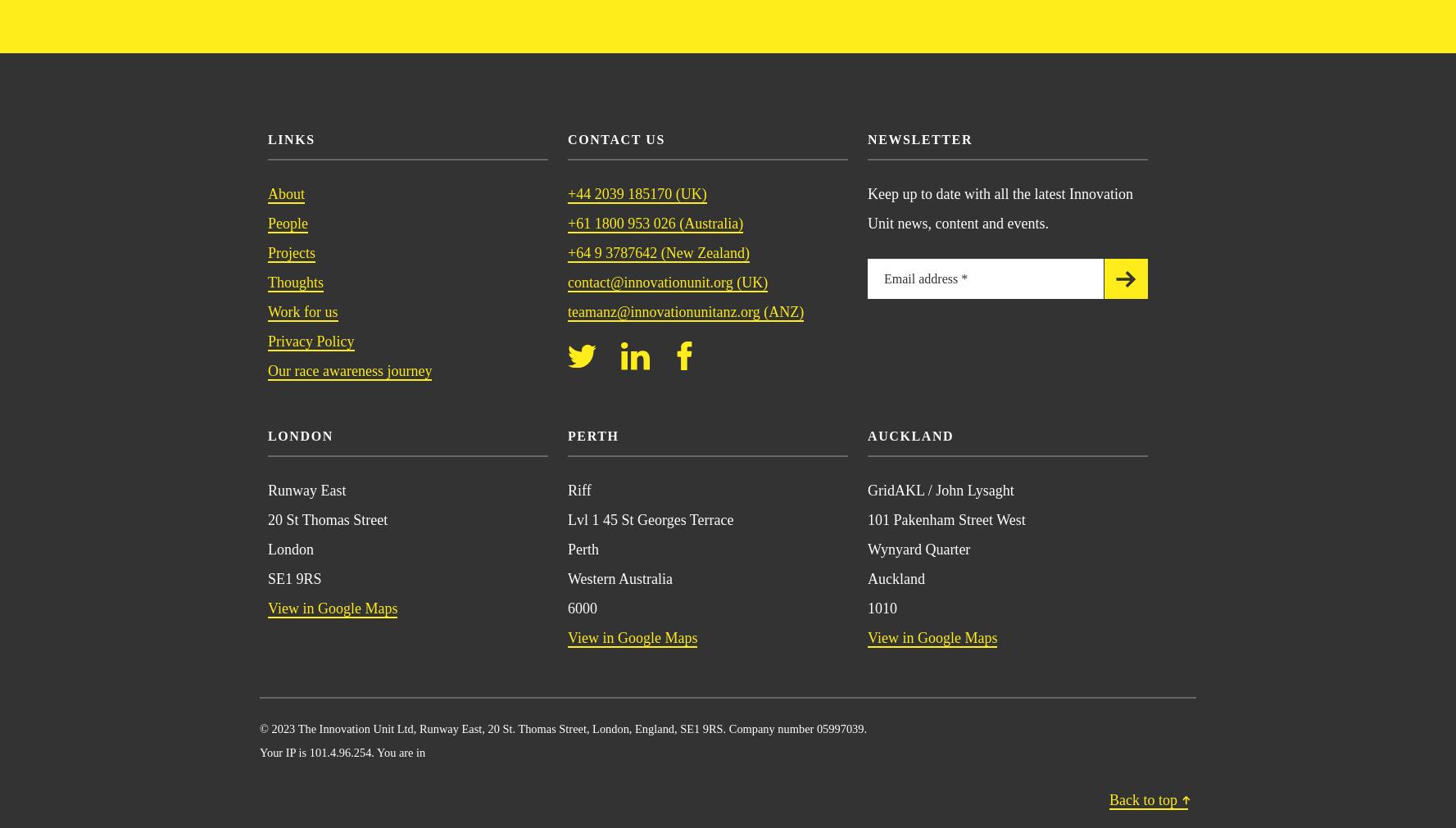 This screenshot has height=828, width=1456. I want to click on 'Keep up to date with all the latest Innovation Unit news, content and events.', so click(1000, 207).